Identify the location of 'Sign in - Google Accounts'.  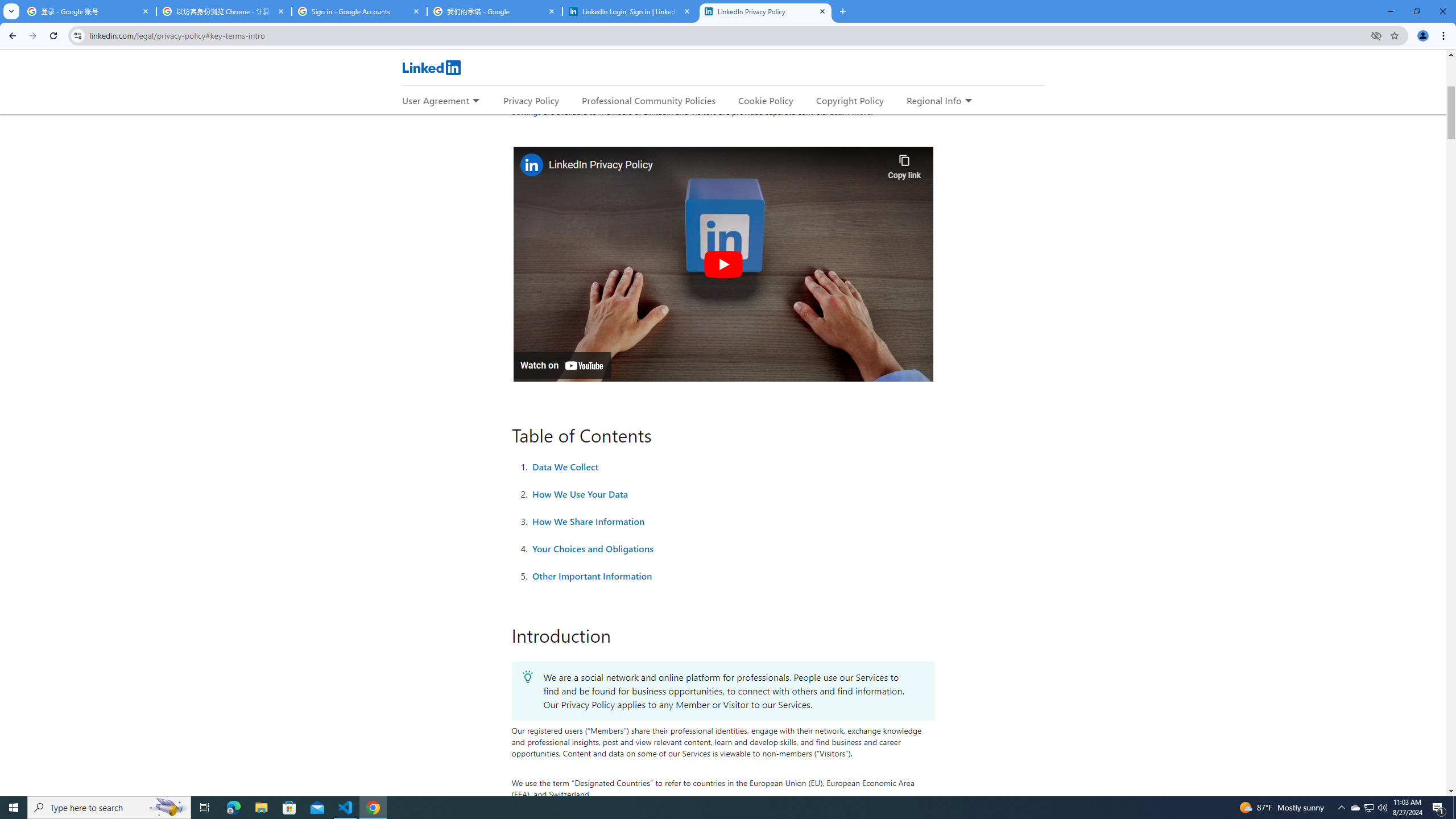
(359, 11).